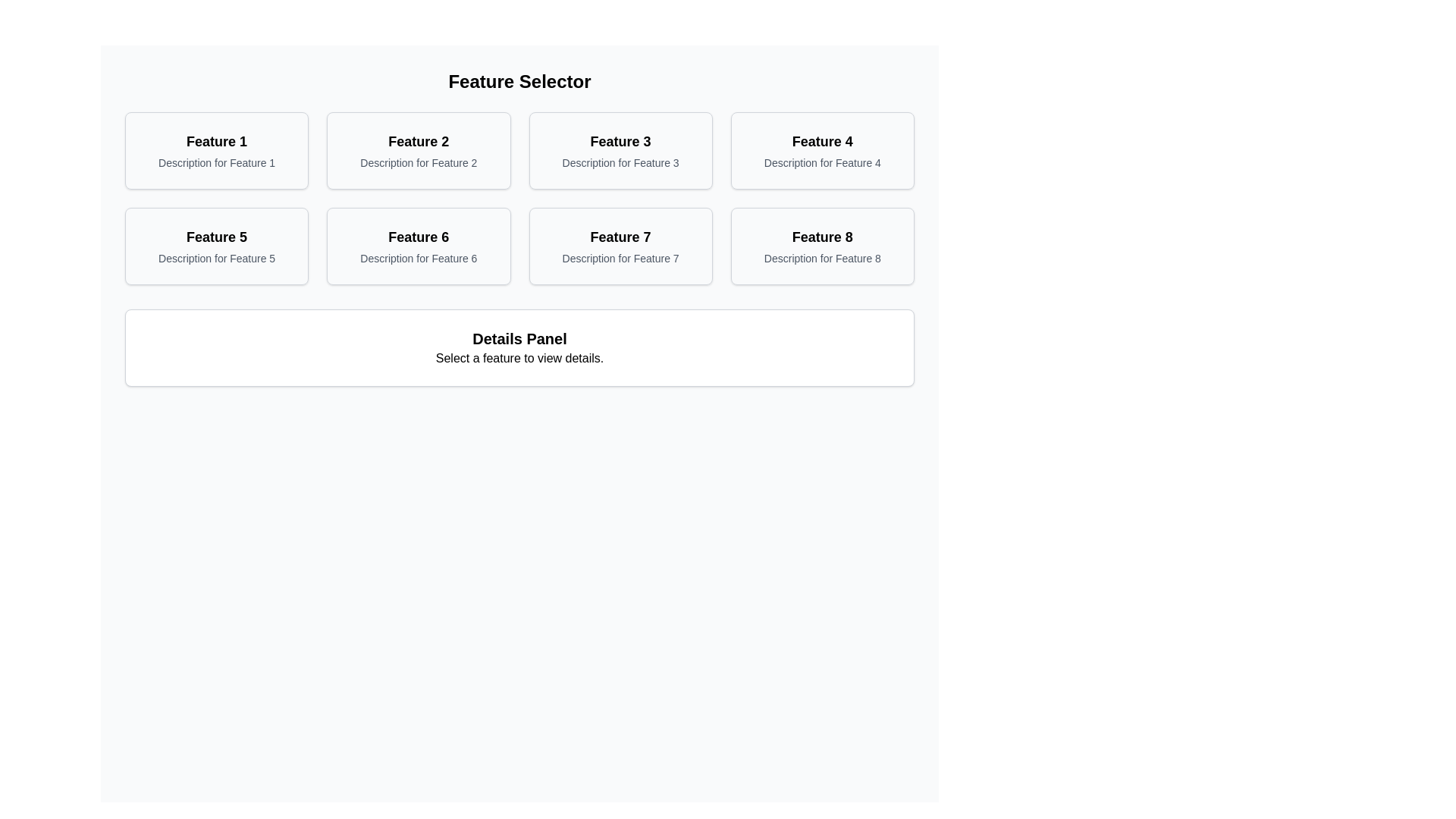 The image size is (1456, 819). What do you see at coordinates (620, 163) in the screenshot?
I see `the text label providing additional information for 'Feature 3' located in the rightmost card of the top row` at bounding box center [620, 163].